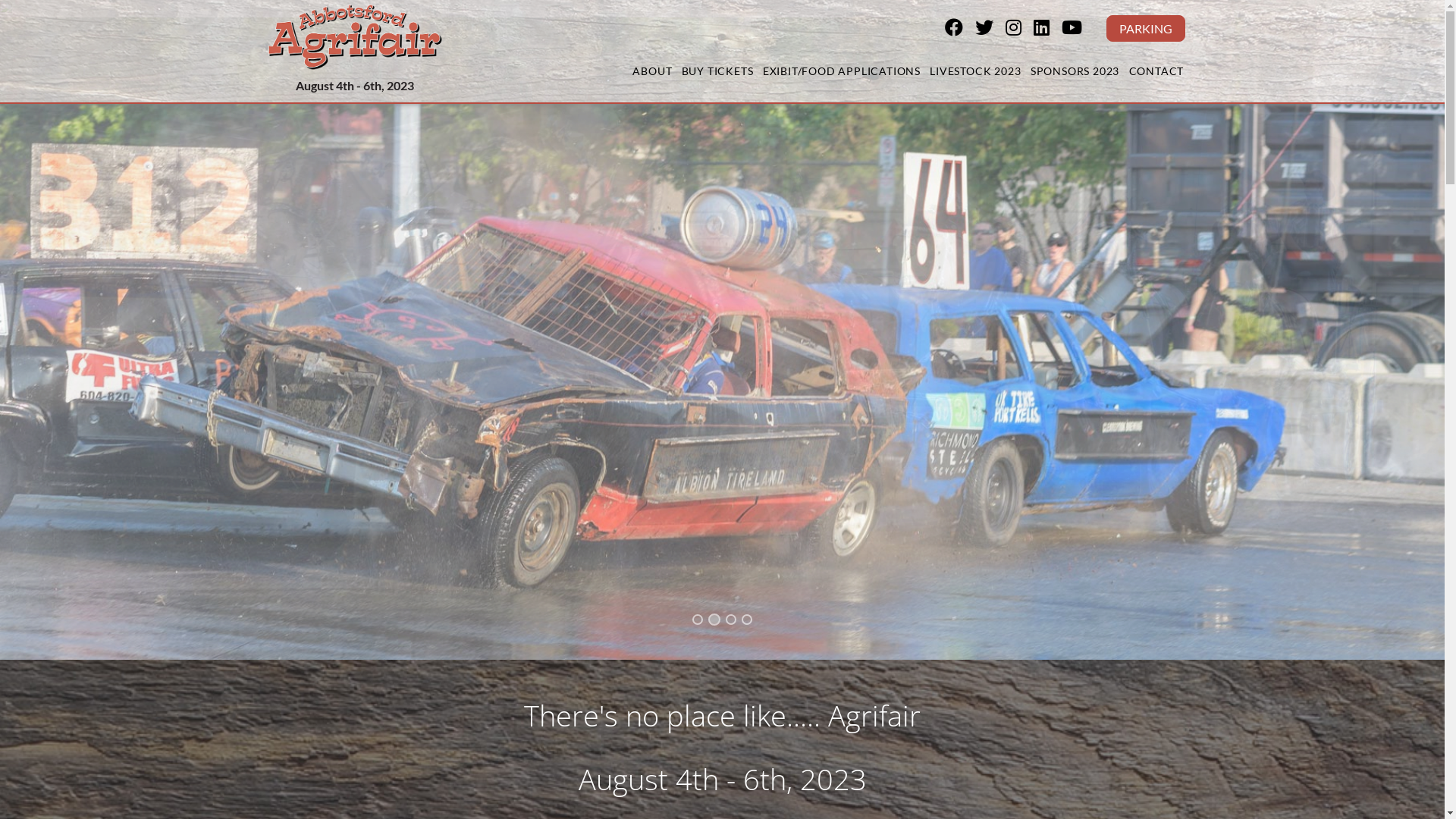 The height and width of the screenshot is (819, 1456). What do you see at coordinates (353, 35) in the screenshot?
I see `'Abbotsford Agrifair - Home'` at bounding box center [353, 35].